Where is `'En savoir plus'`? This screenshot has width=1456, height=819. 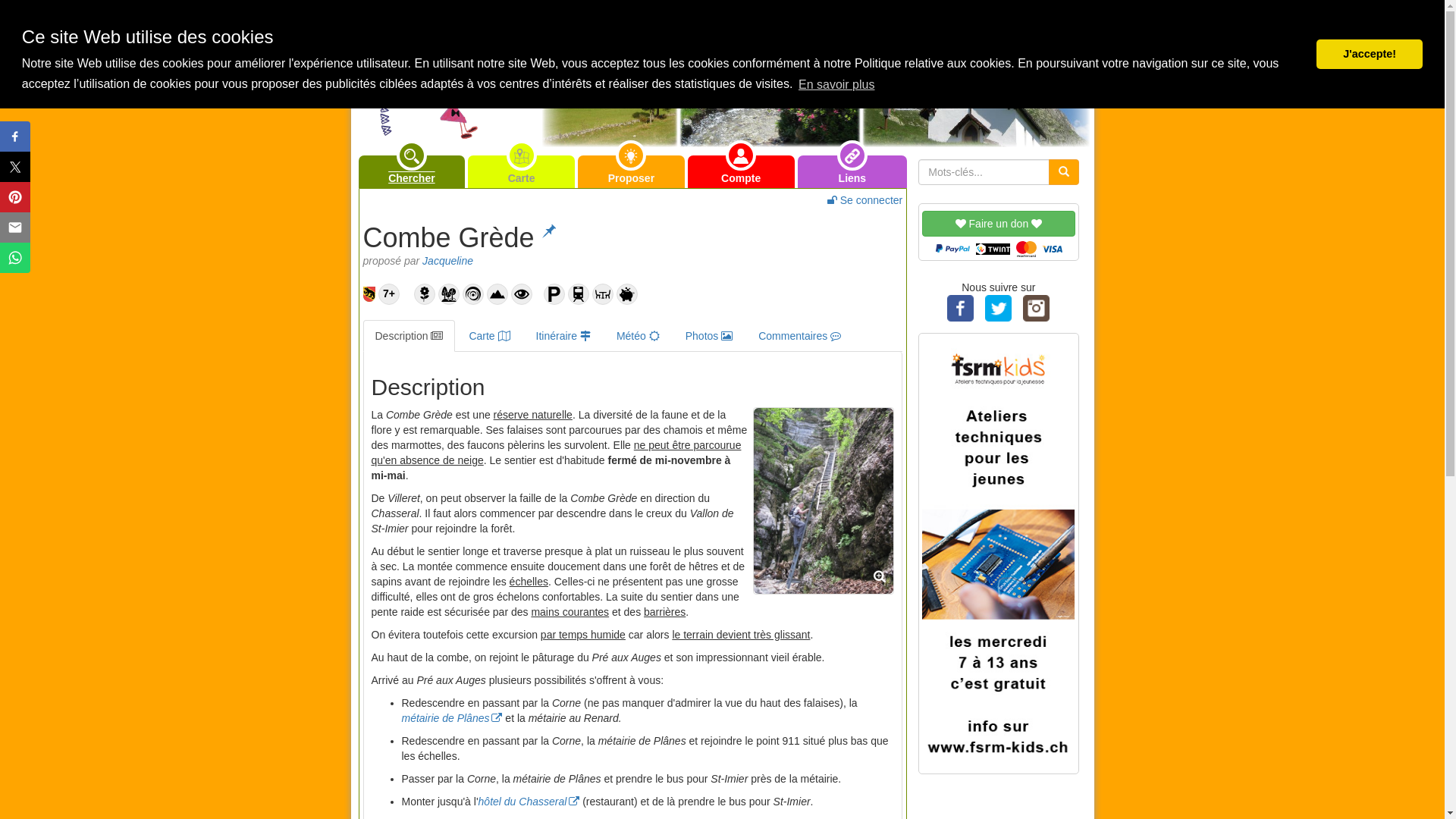
'En savoir plus' is located at coordinates (795, 84).